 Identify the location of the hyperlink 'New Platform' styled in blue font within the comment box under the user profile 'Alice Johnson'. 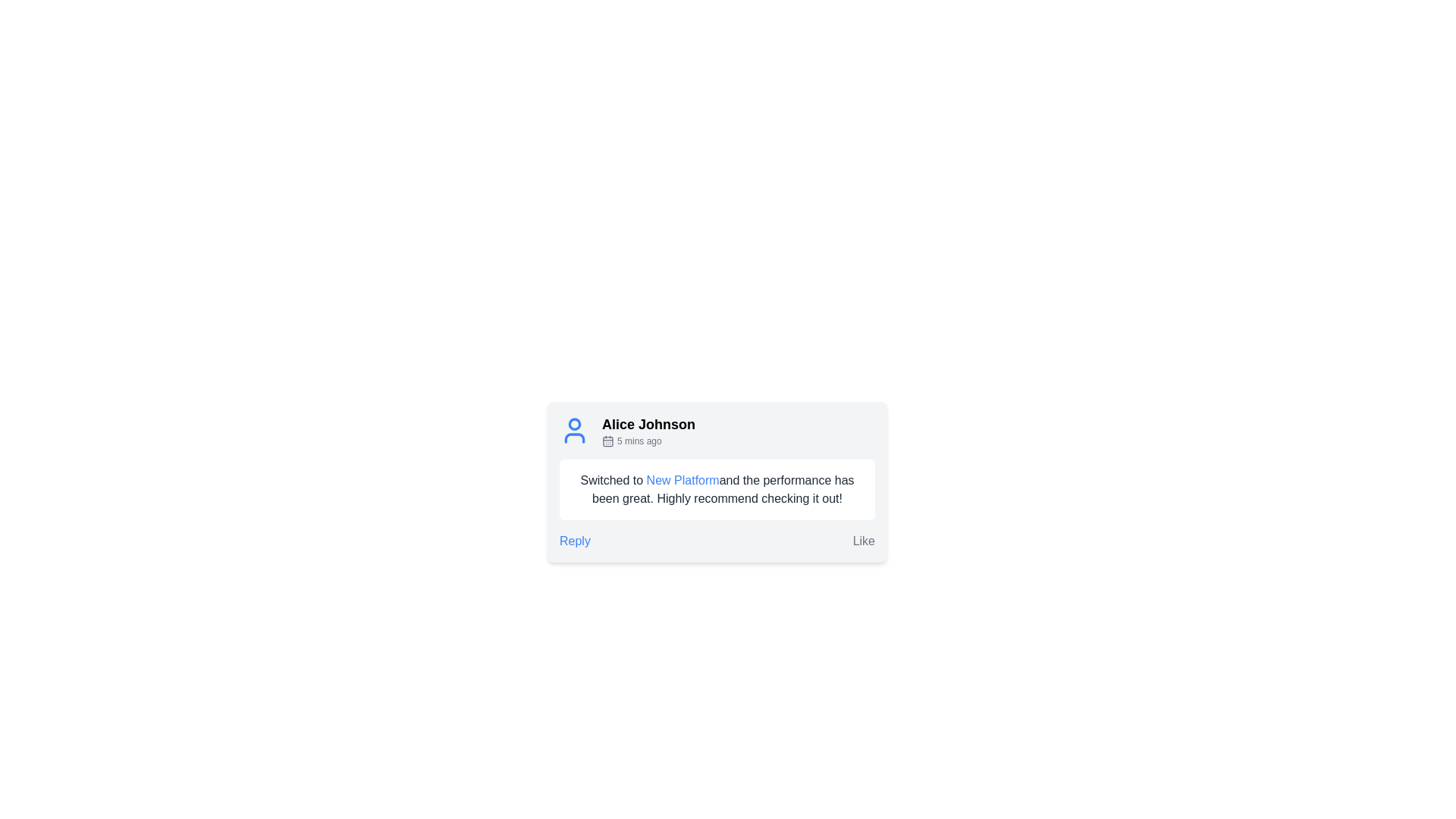
(682, 480).